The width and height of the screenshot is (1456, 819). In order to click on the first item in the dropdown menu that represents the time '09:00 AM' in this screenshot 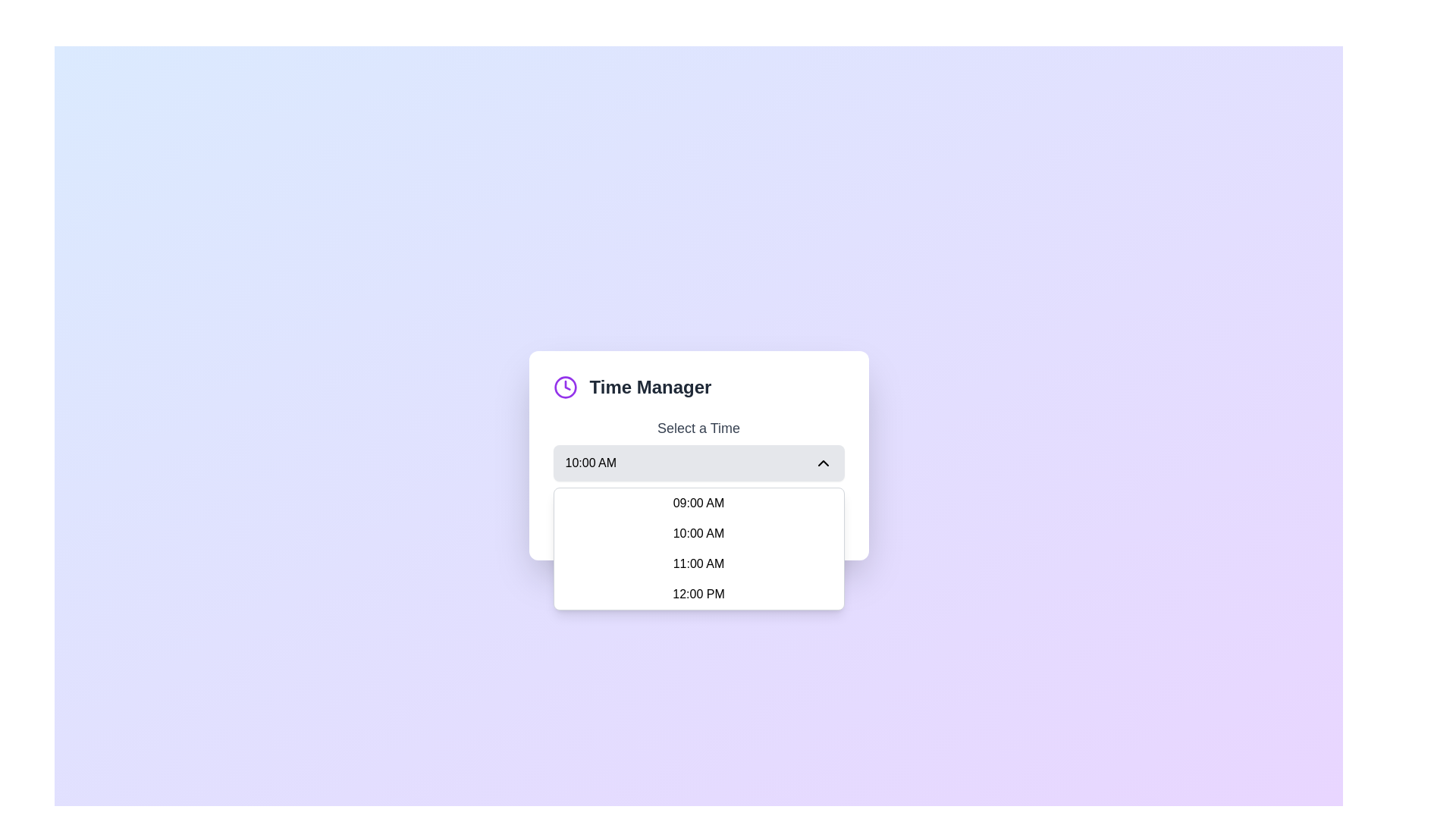, I will do `click(698, 503)`.